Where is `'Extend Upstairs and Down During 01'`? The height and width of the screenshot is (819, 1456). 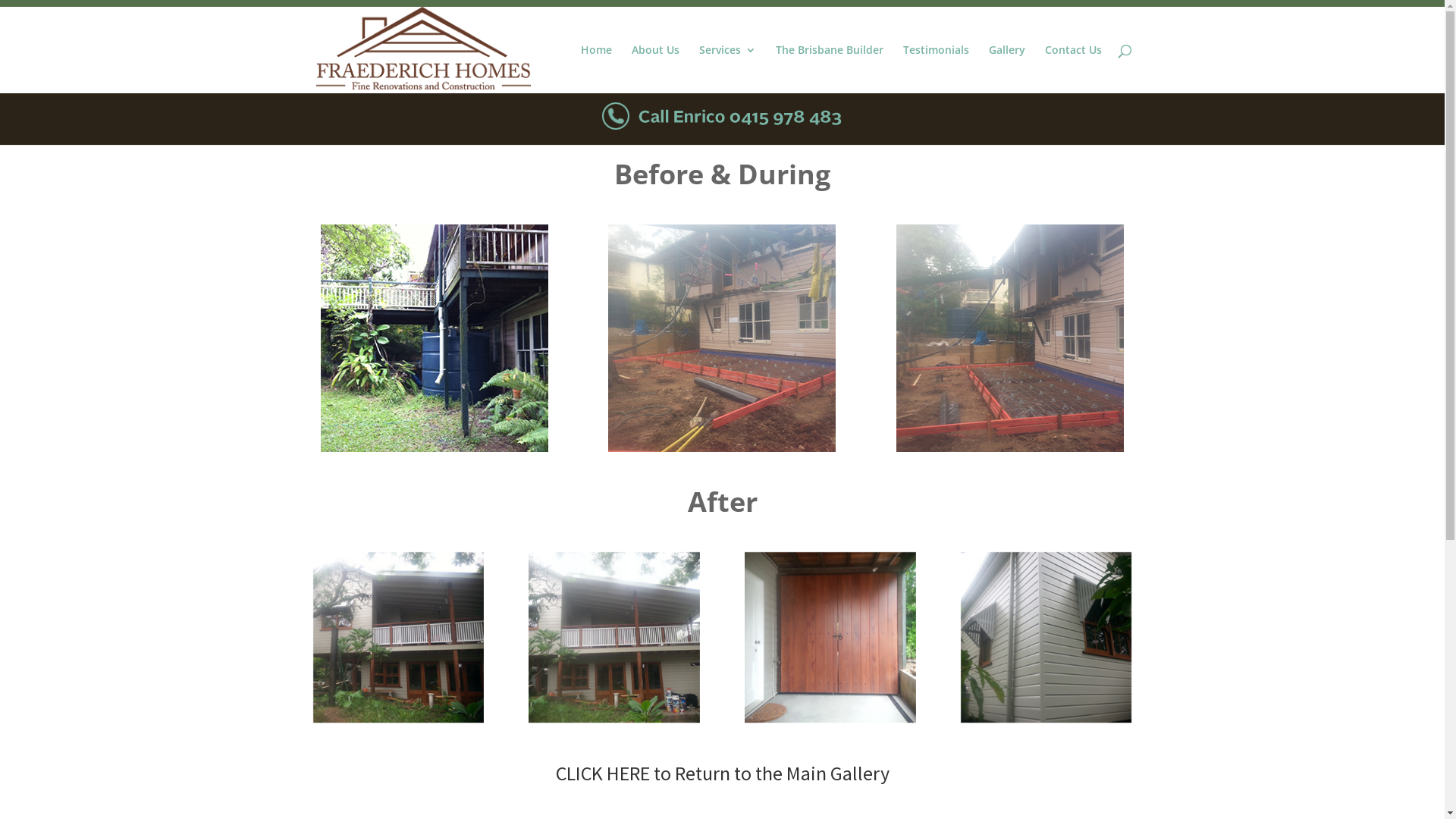
'Extend Upstairs and Down During 01' is located at coordinates (720, 337).